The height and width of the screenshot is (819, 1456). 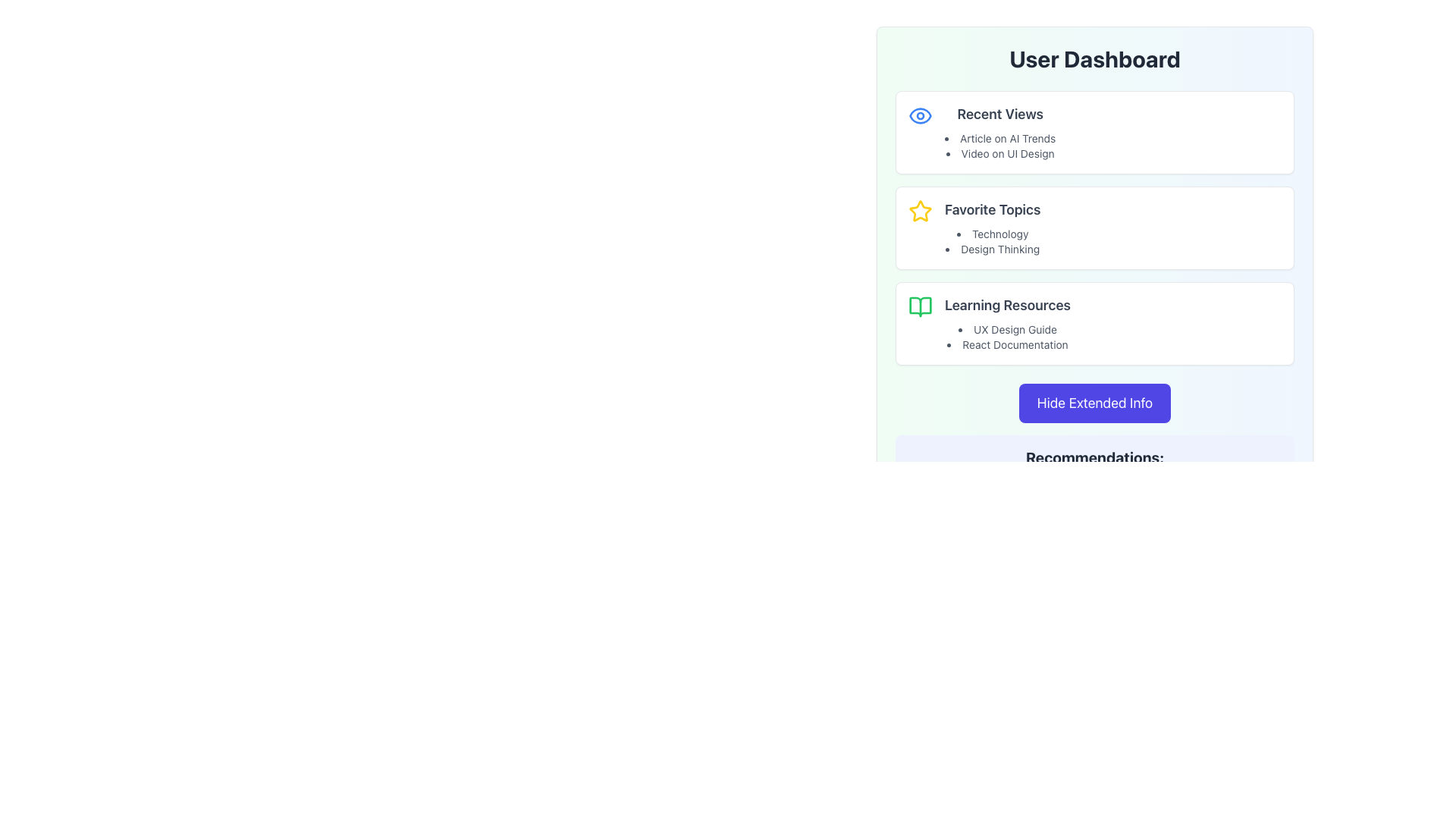 I want to click on the blue eye icon located to the left of the 'Recent Views' title text in the User Dashboard section to potentially reveal tooltips, so click(x=920, y=115).